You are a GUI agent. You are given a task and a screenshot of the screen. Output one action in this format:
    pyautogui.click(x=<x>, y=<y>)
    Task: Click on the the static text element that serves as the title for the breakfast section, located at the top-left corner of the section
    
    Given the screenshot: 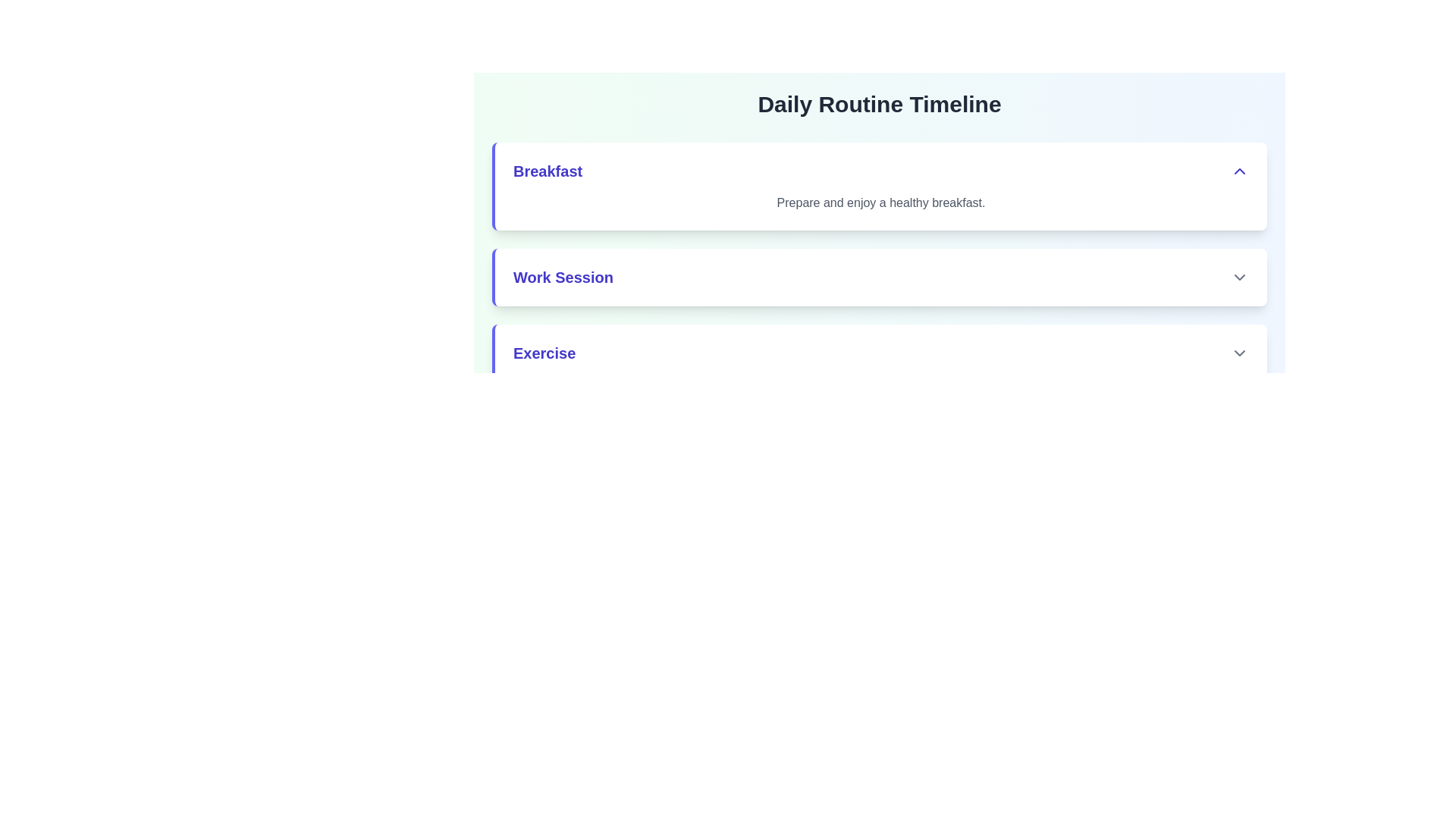 What is the action you would take?
    pyautogui.click(x=547, y=171)
    